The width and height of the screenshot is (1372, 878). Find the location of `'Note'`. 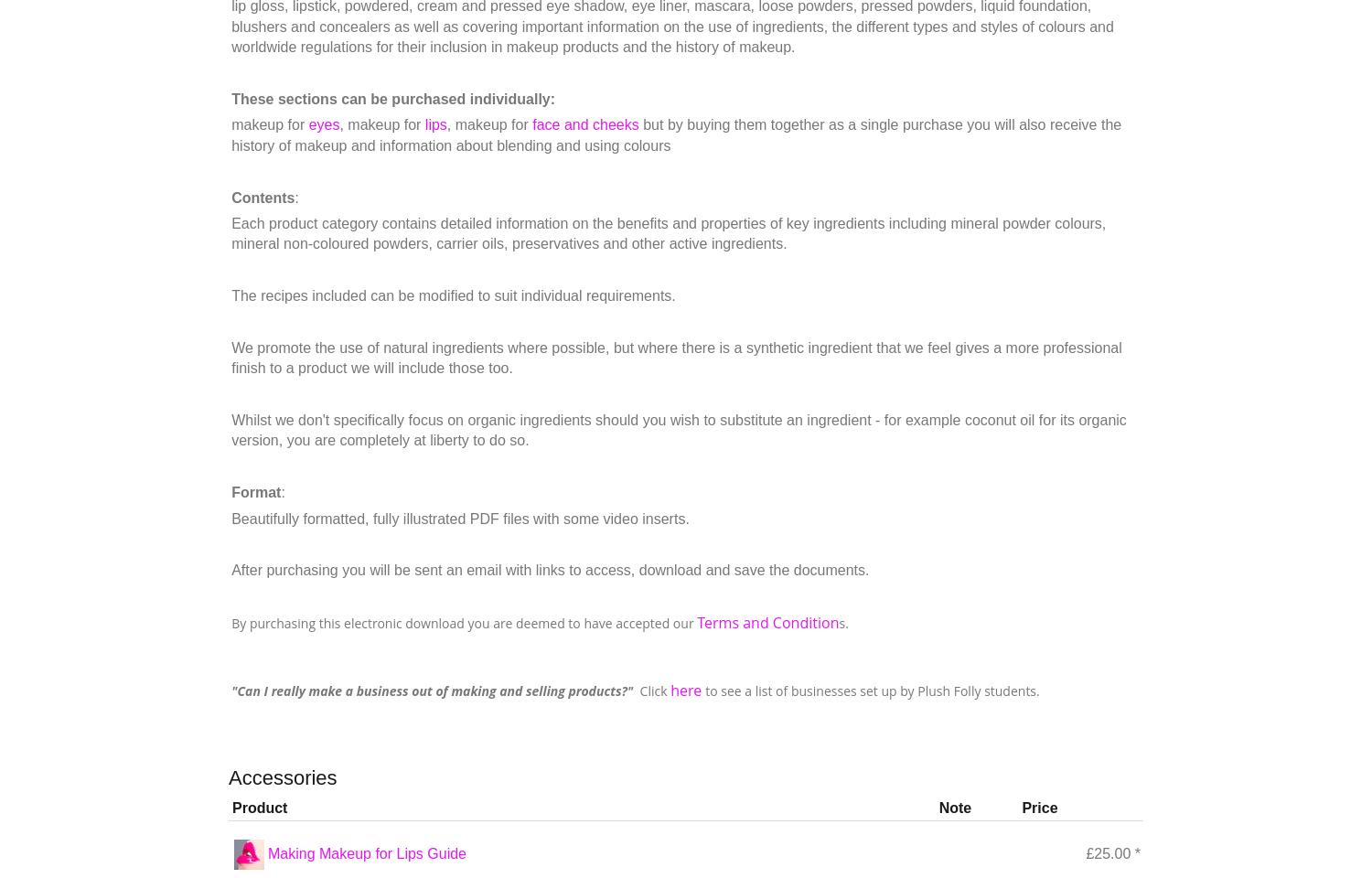

'Note' is located at coordinates (955, 806).